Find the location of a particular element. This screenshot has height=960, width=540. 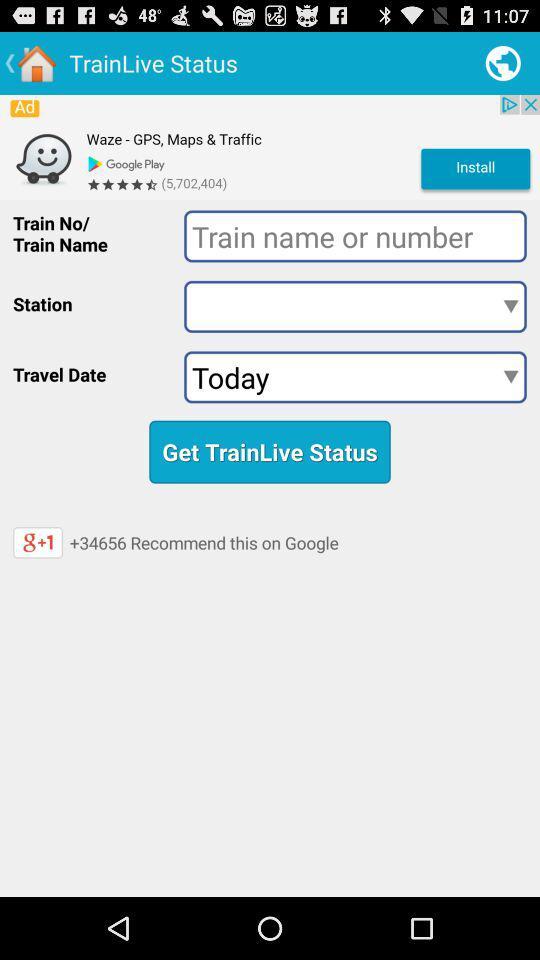

your train name or number is located at coordinates (354, 236).